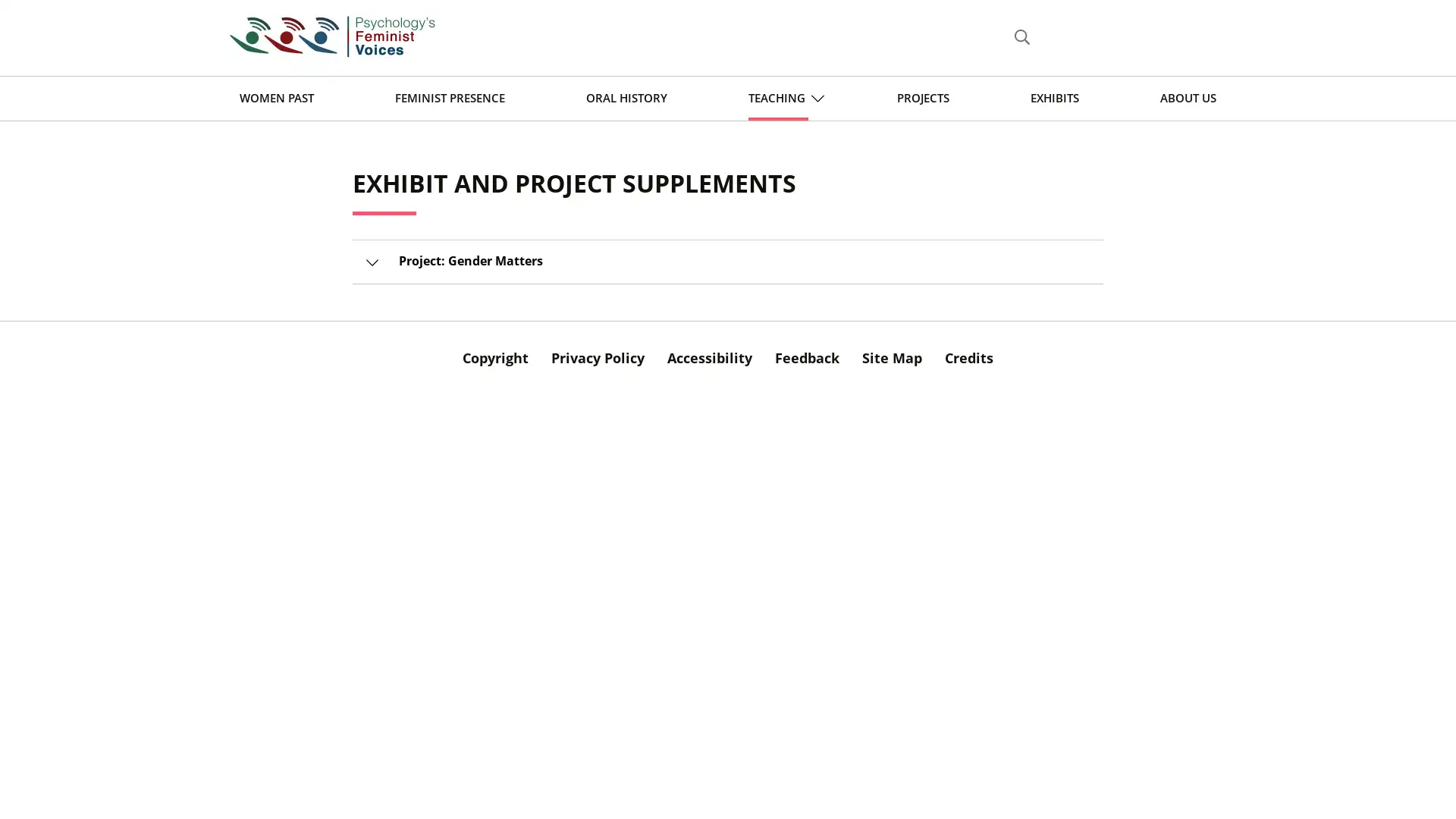 The width and height of the screenshot is (1456, 819). I want to click on Project: Gender Matters, so click(728, 261).